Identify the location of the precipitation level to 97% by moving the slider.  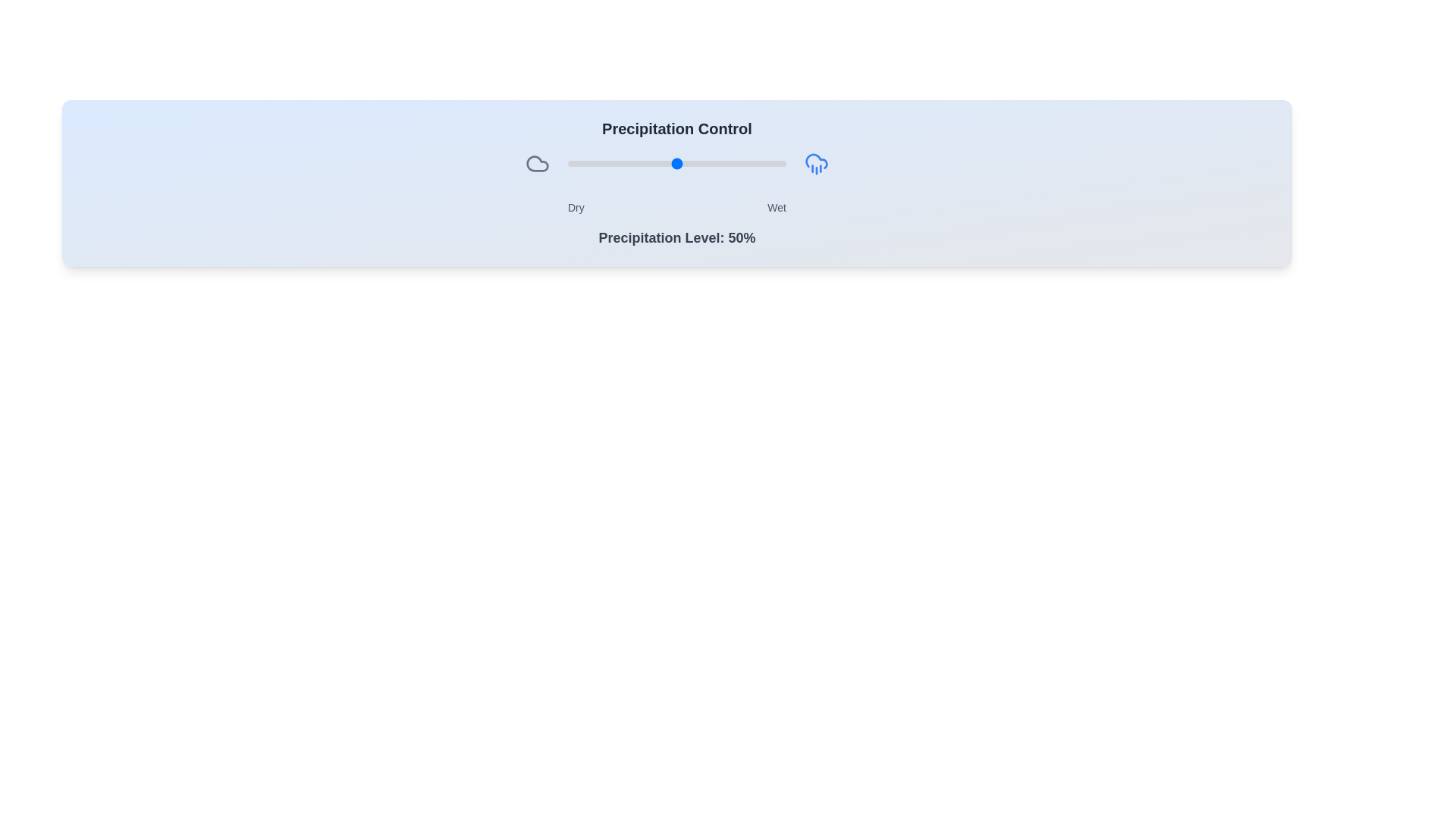
(780, 164).